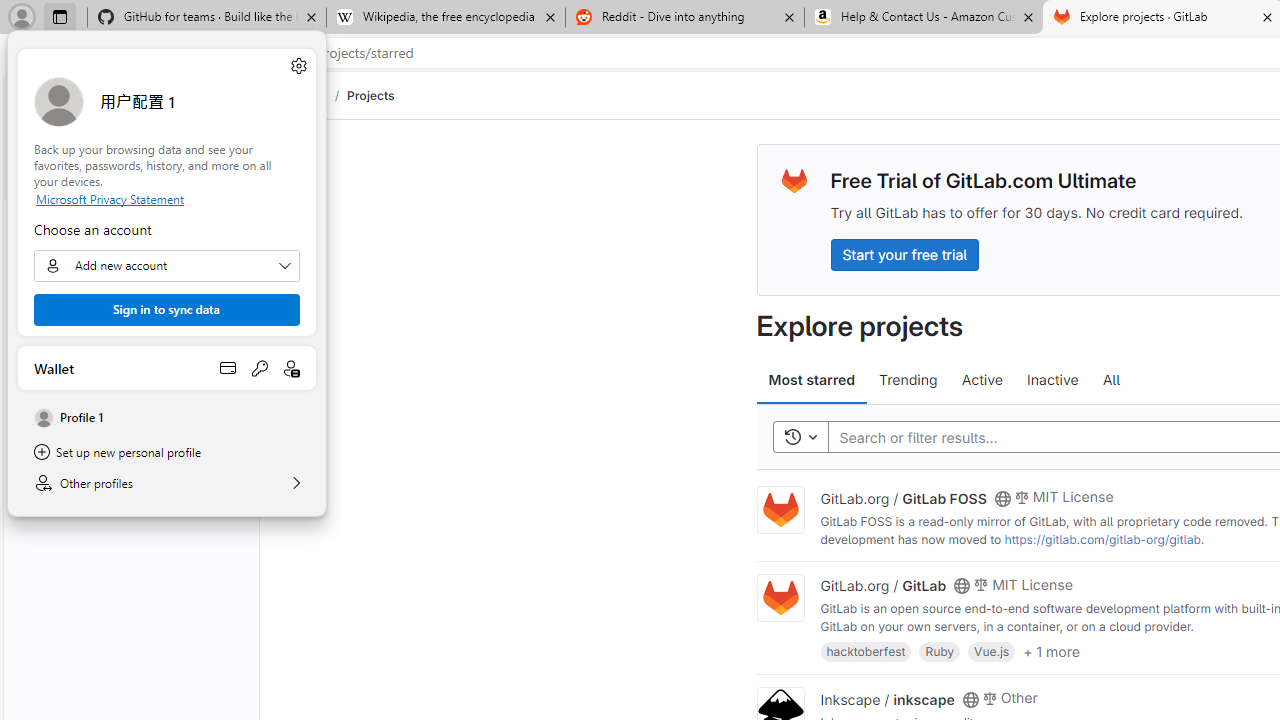 The image size is (1280, 720). Describe the element at coordinates (259, 367) in the screenshot. I see `'Open passwords'` at that location.